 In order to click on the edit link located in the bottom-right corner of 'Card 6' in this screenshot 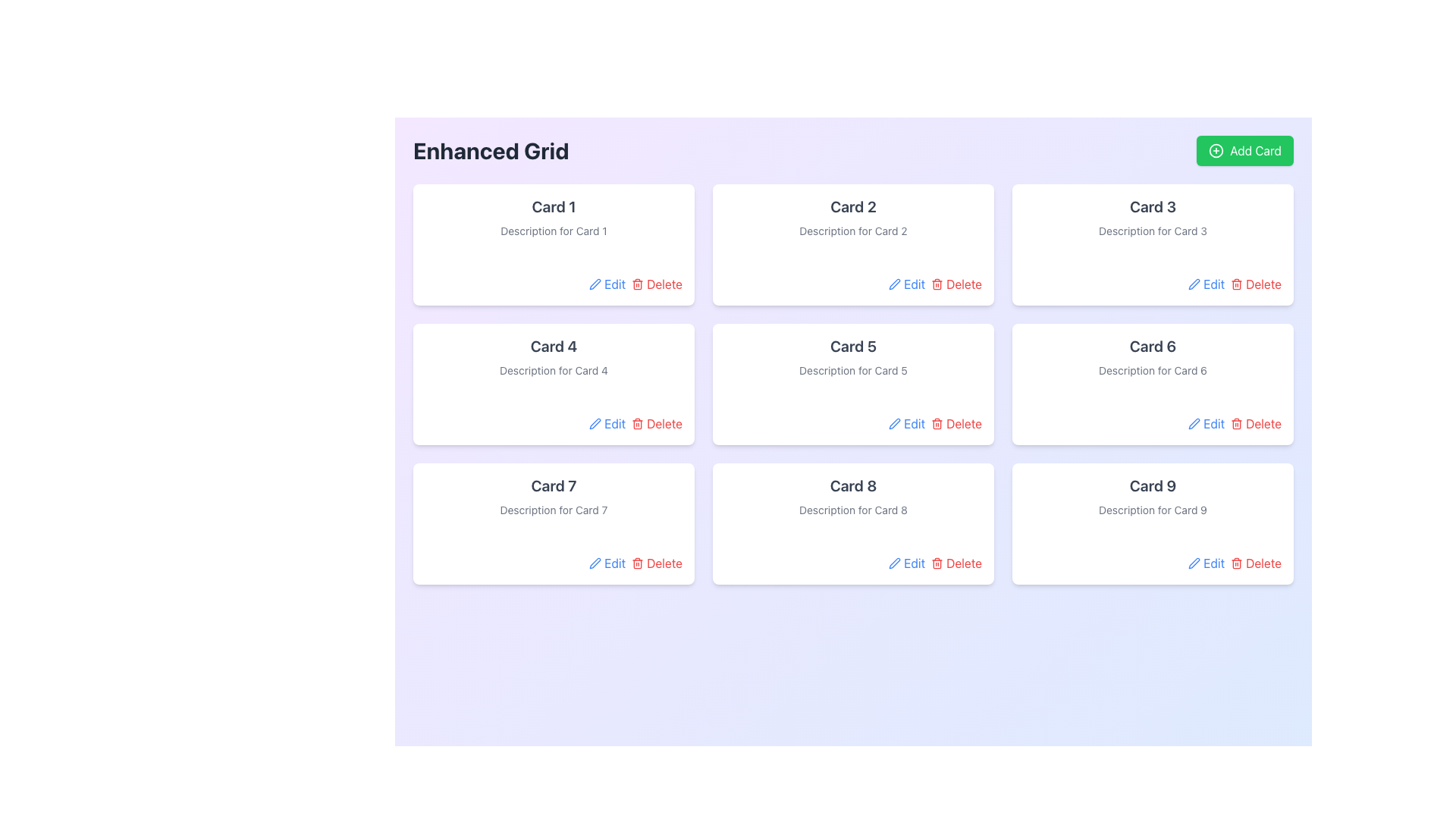, I will do `click(1205, 424)`.